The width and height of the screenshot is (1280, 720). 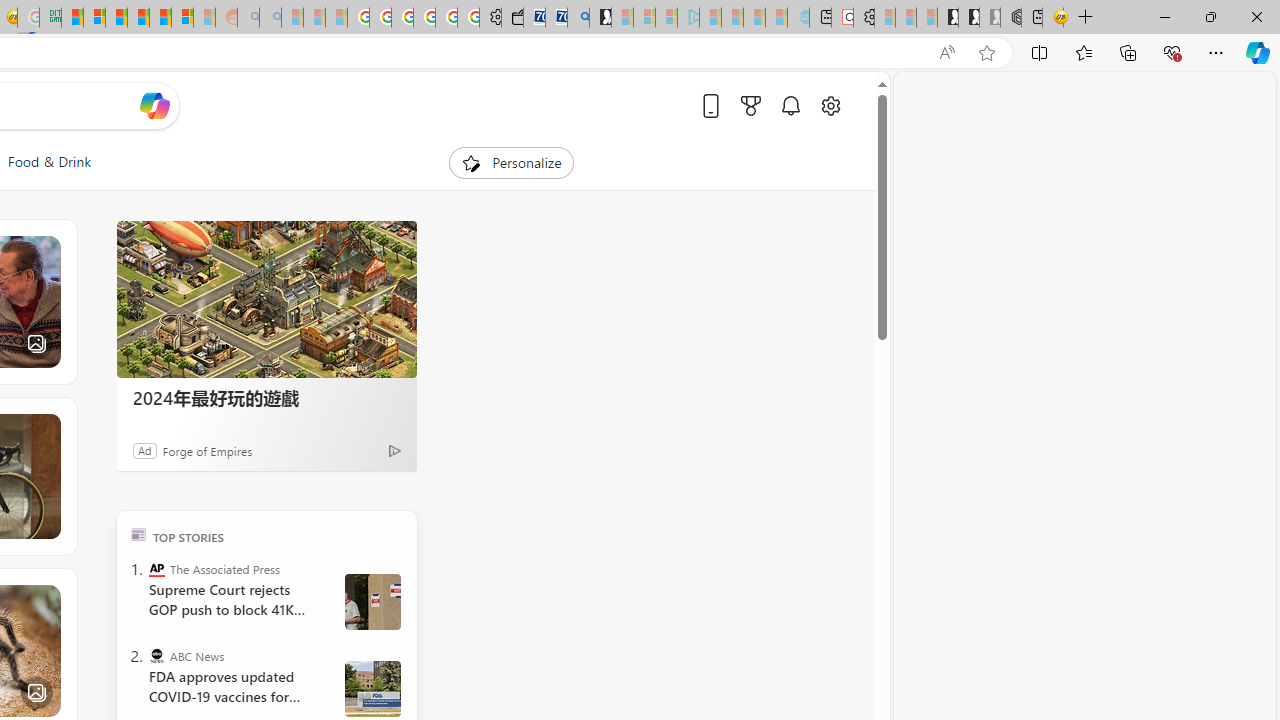 I want to click on 'ABC News', so click(x=155, y=655).